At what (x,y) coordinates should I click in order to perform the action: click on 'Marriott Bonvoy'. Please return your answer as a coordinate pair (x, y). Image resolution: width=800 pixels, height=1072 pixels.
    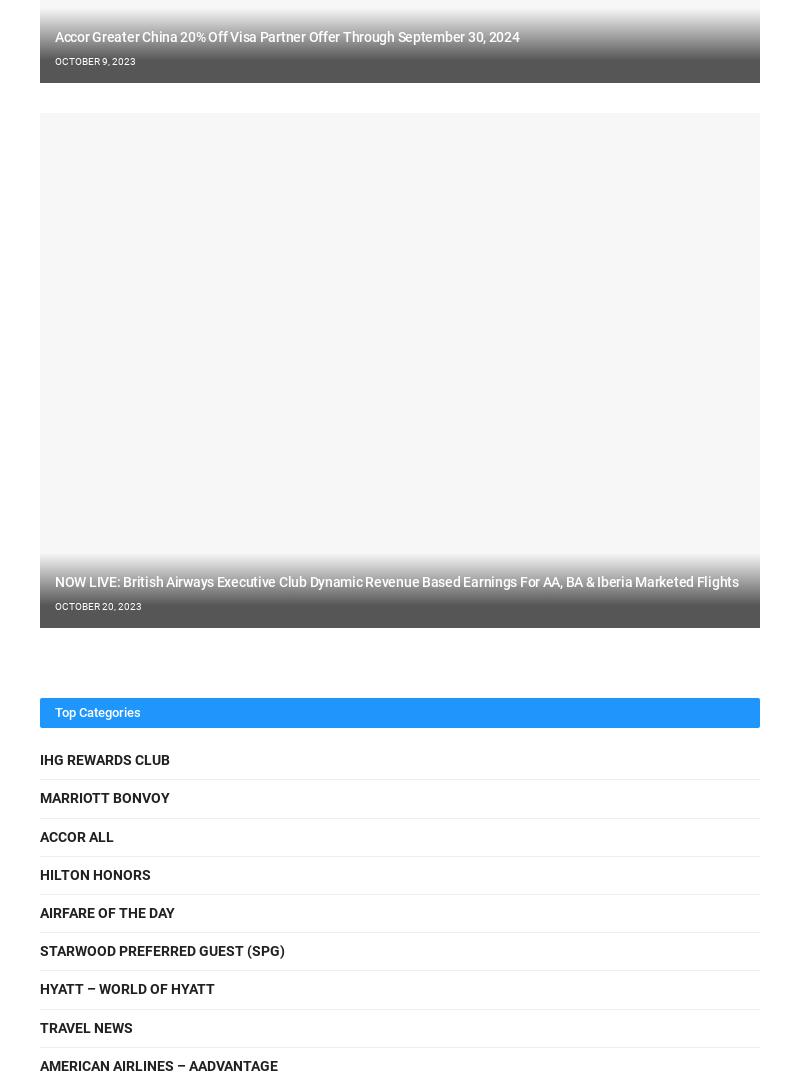
    Looking at the image, I should click on (104, 797).